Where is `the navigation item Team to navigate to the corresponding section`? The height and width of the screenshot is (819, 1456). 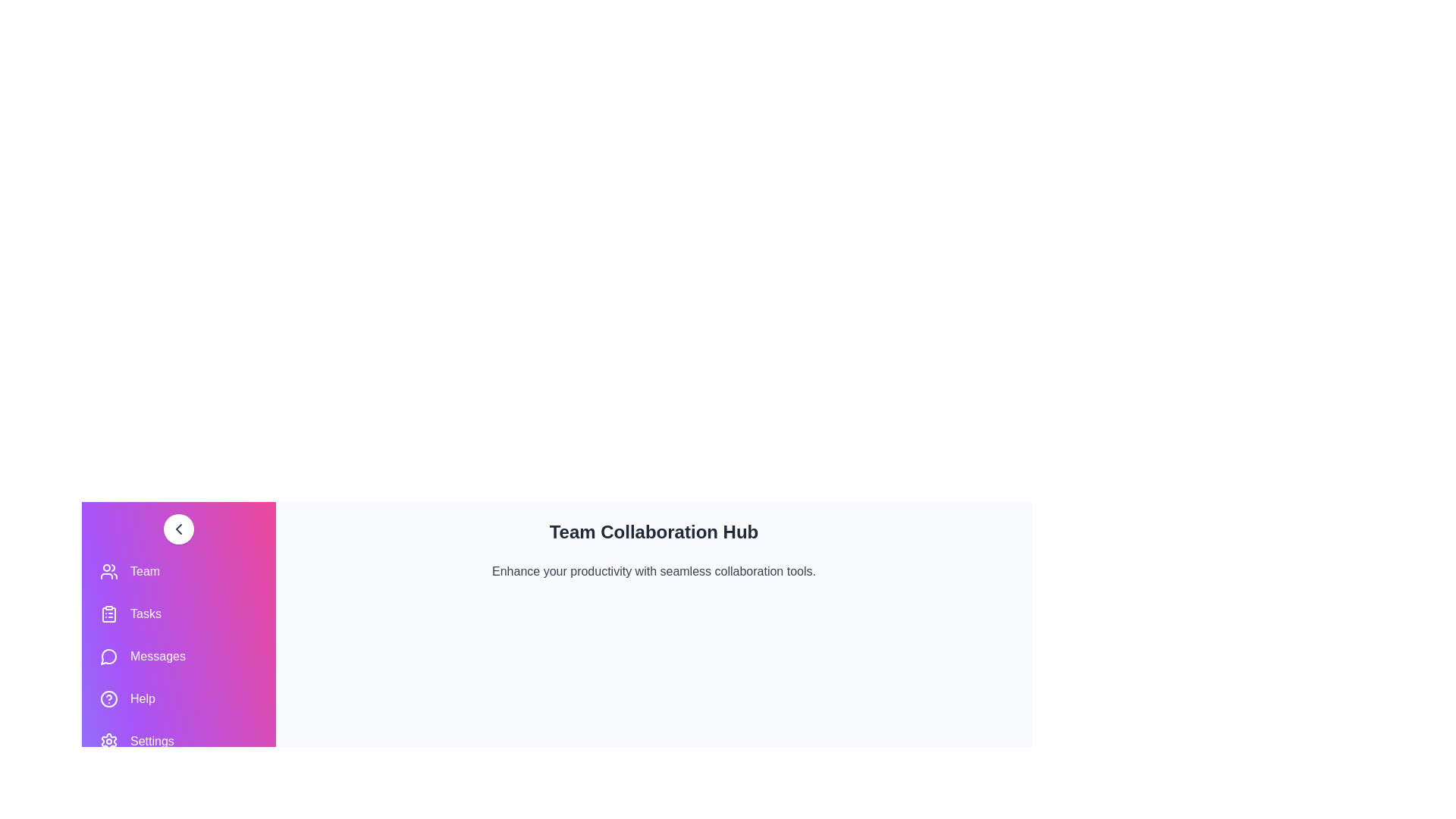
the navigation item Team to navigate to the corresponding section is located at coordinates (178, 571).